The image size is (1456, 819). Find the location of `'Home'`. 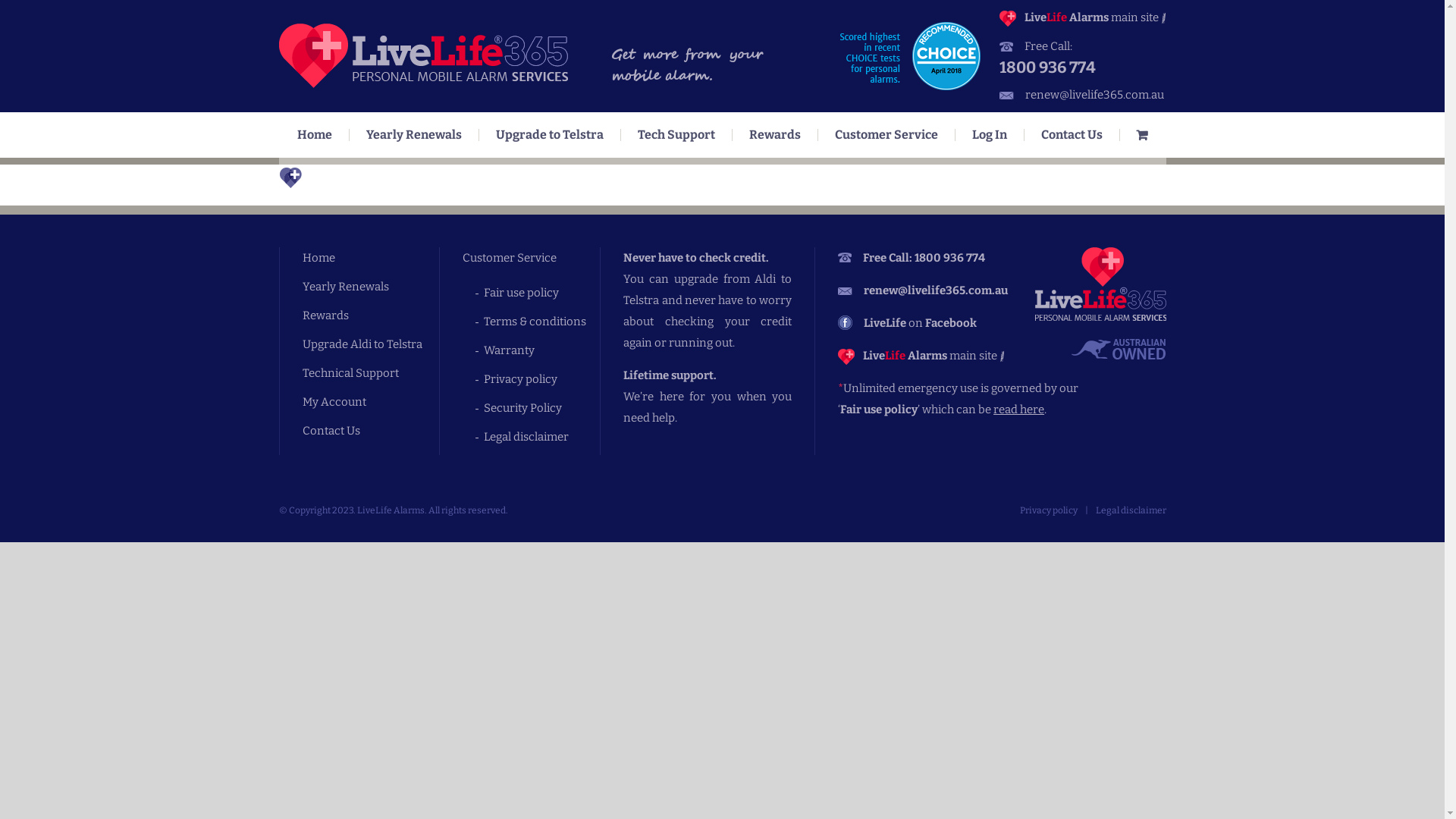

'Home' is located at coordinates (370, 256).